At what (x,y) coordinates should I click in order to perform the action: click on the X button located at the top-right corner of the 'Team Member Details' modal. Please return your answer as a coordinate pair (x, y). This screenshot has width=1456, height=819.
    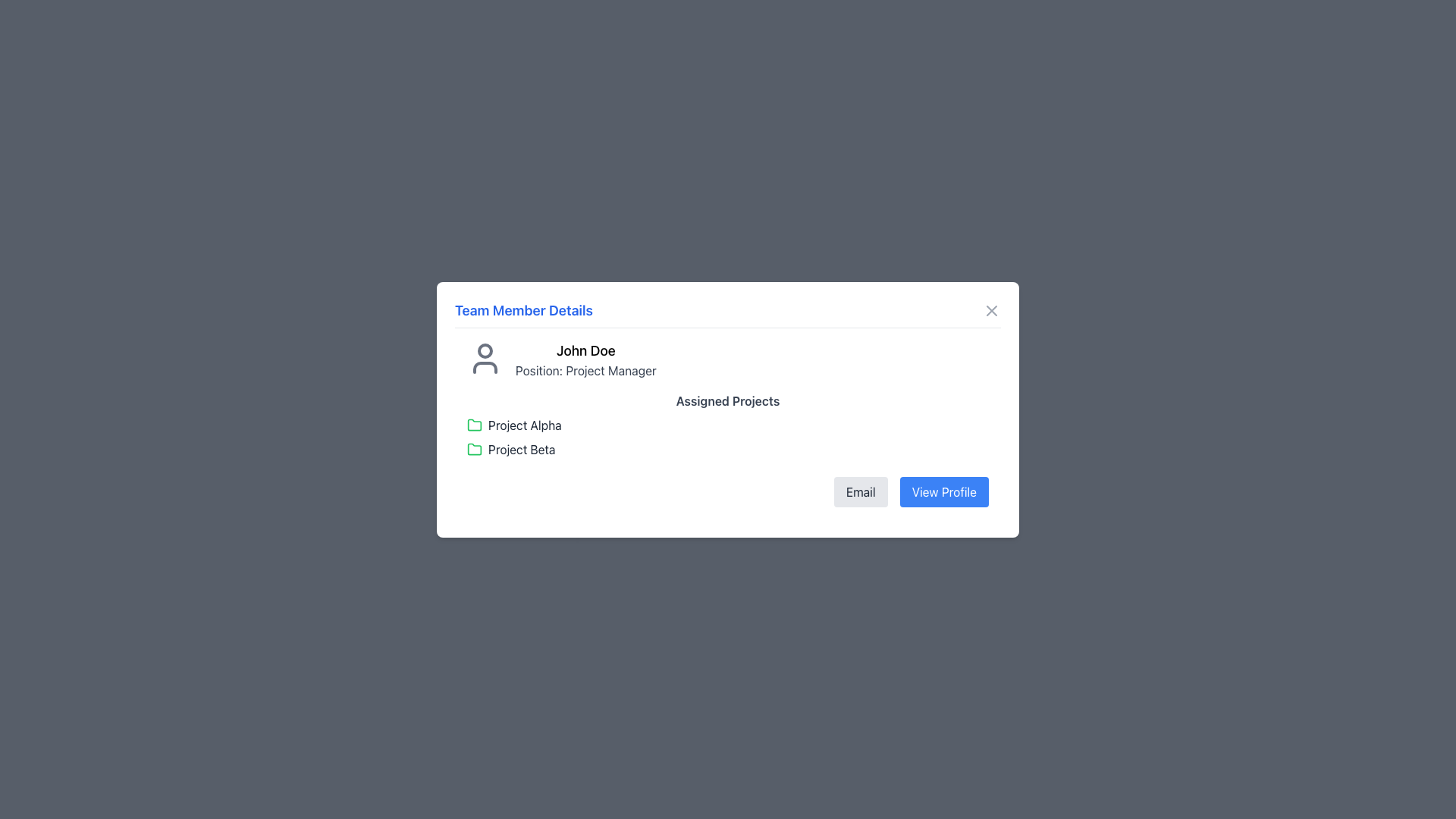
    Looking at the image, I should click on (992, 309).